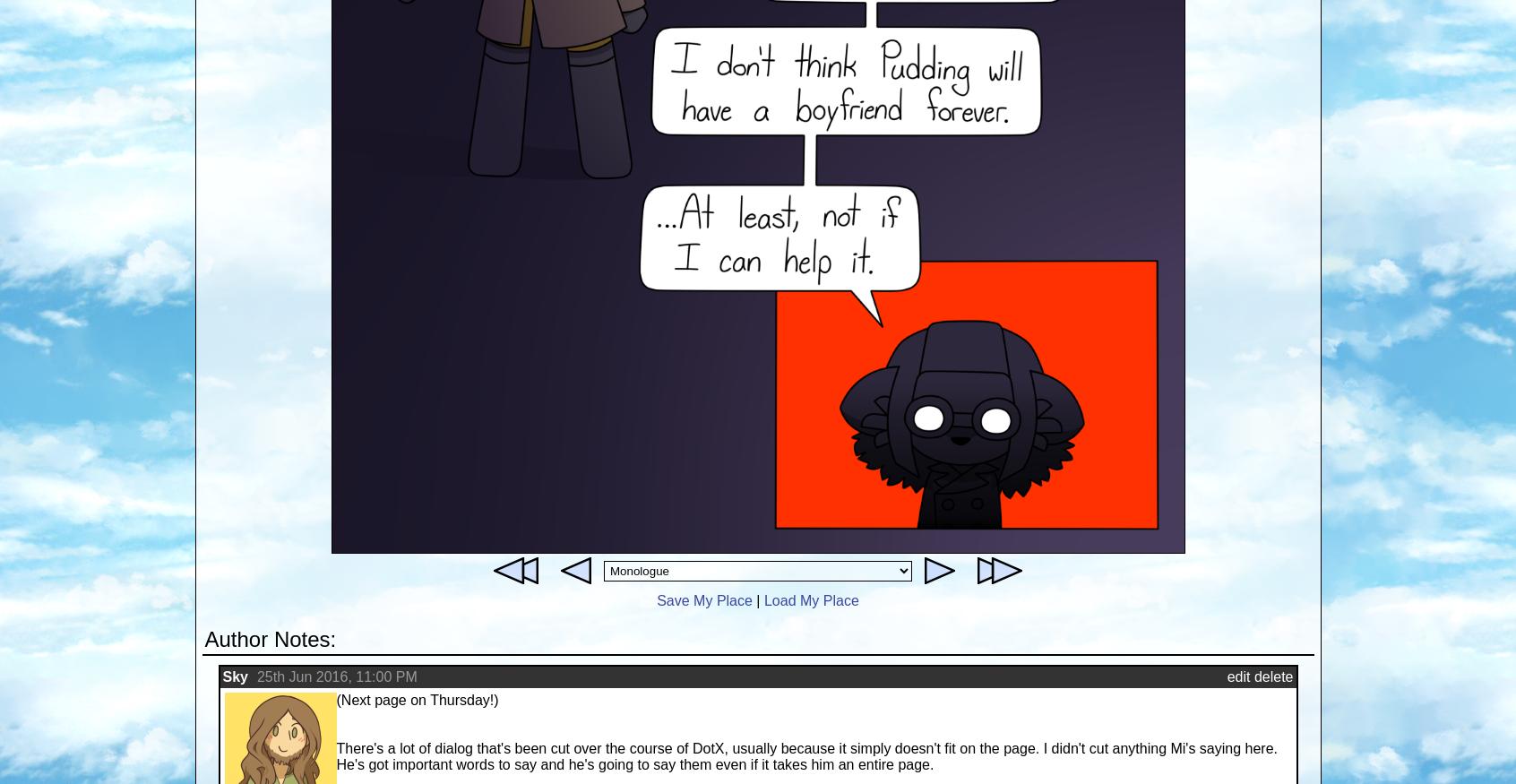 This screenshot has height=784, width=1516. What do you see at coordinates (810, 599) in the screenshot?
I see `'Load My Place'` at bounding box center [810, 599].